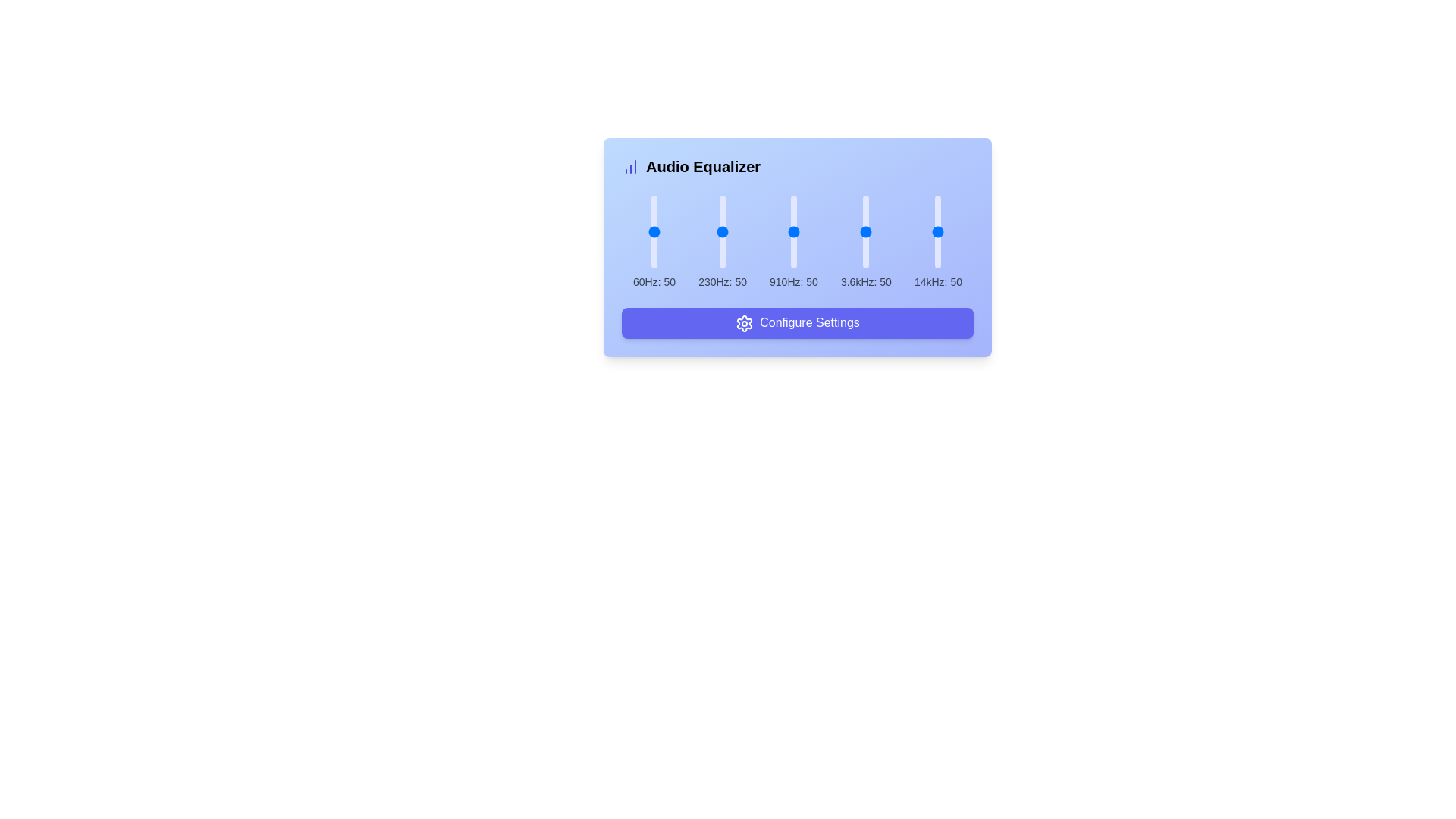  Describe the element at coordinates (792, 198) in the screenshot. I see `the 910Hz slider` at that location.